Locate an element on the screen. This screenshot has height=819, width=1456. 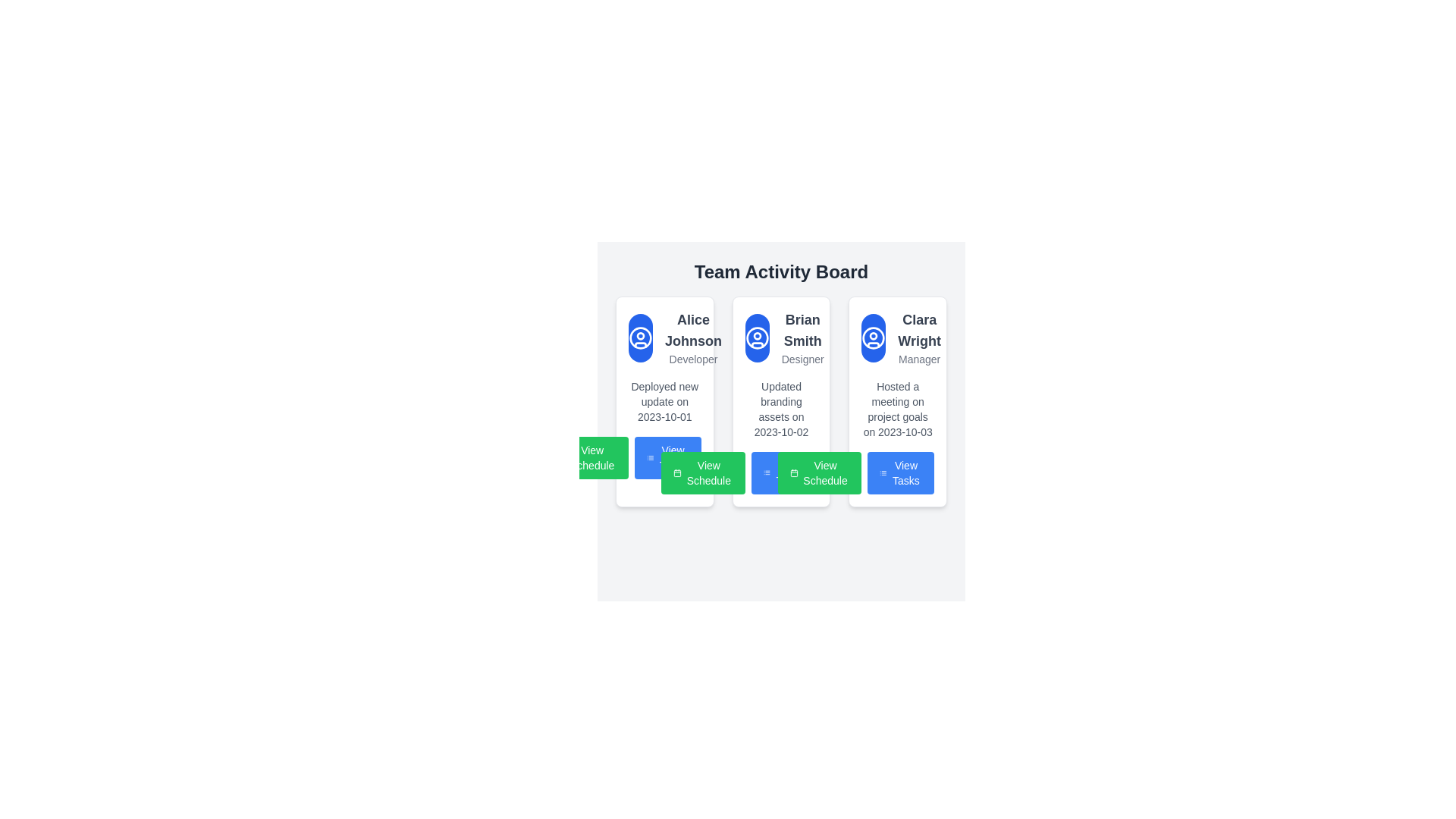
the 'Designer' text label, which is positioned in the second card of the 'Team Activity Board' interface, below the text 'Brian Smith' is located at coordinates (802, 359).